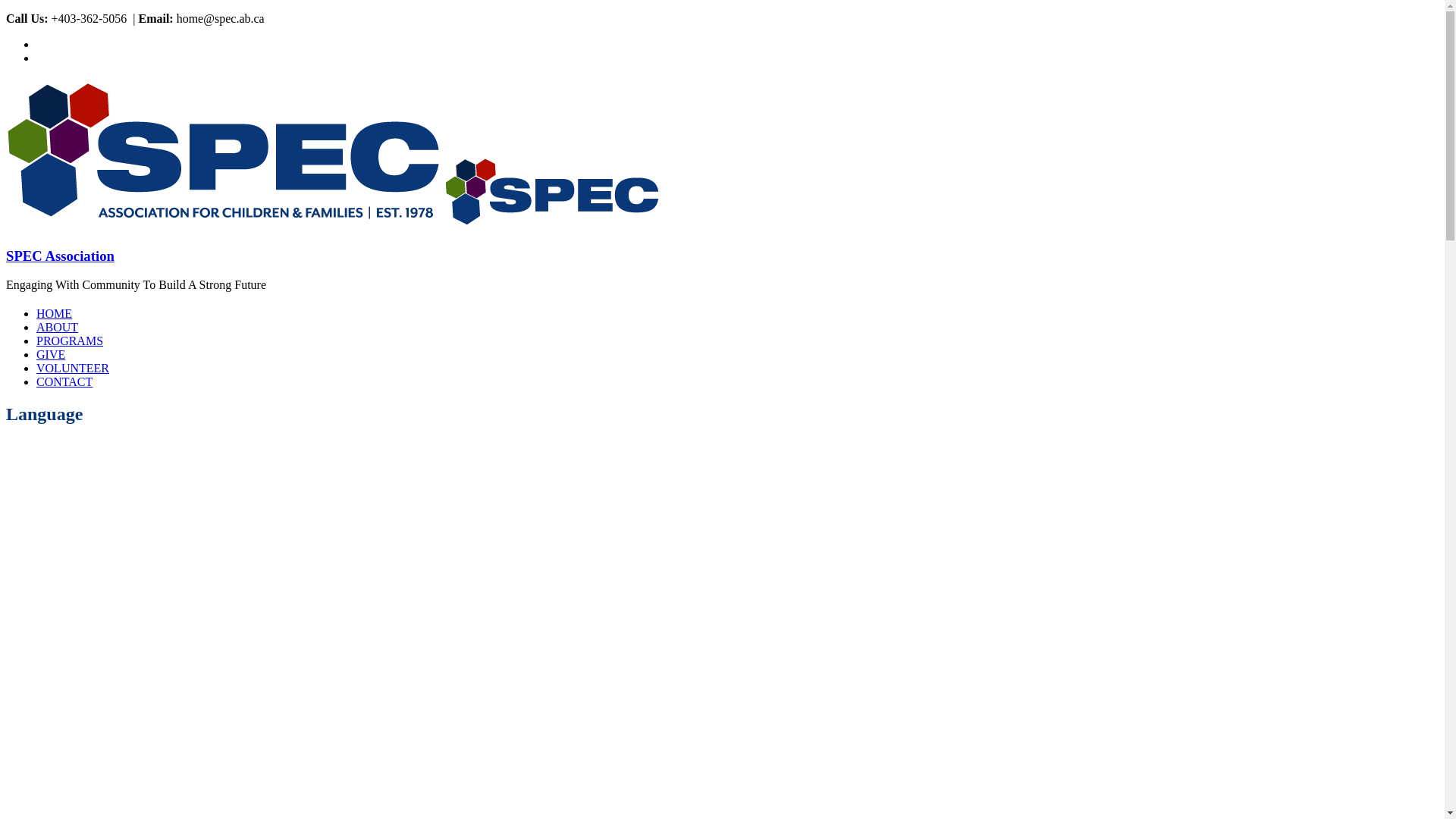 Image resolution: width=1456 pixels, height=819 pixels. I want to click on 'SPEC Association', so click(60, 255).